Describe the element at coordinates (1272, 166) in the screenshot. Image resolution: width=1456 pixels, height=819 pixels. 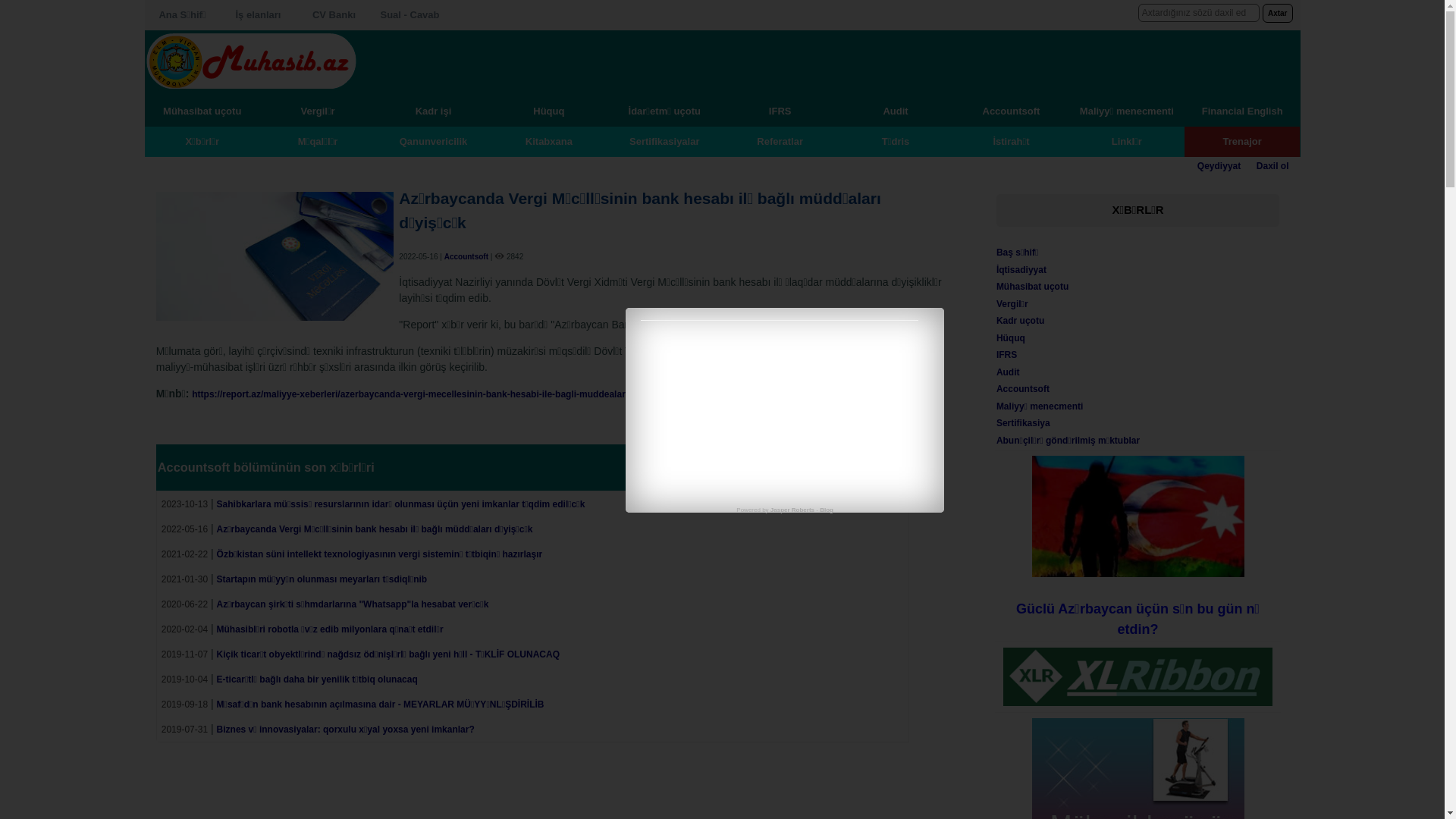
I see `'Daxil ol'` at that location.